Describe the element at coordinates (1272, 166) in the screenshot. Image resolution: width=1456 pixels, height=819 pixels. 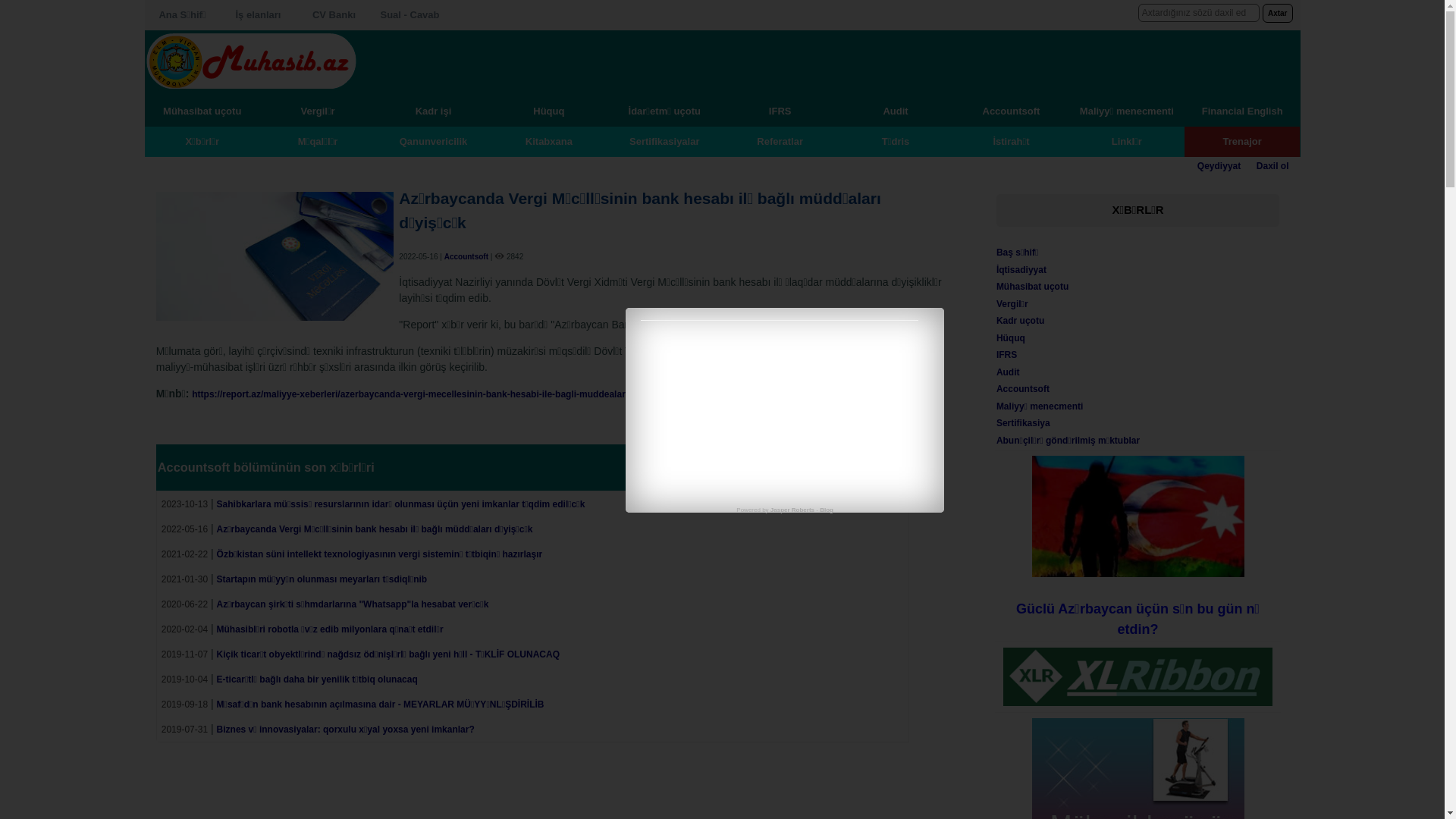
I see `'Daxil ol'` at that location.